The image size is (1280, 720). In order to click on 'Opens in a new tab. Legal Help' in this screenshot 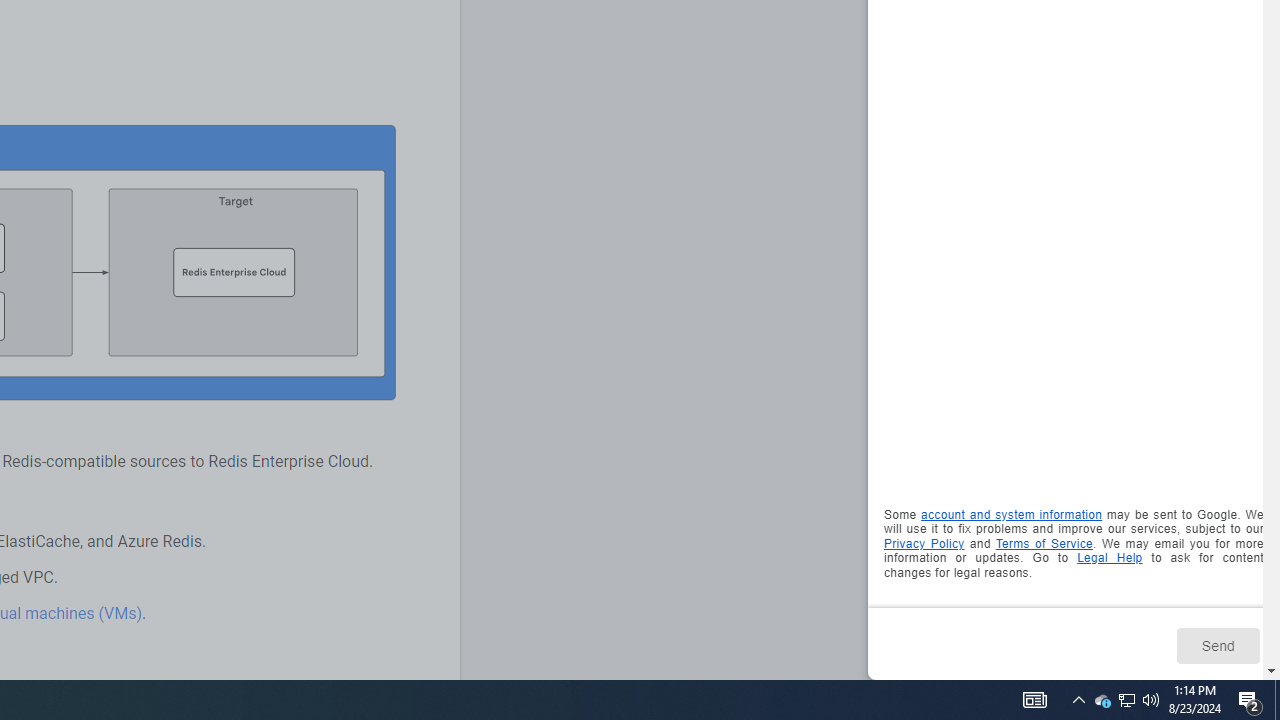, I will do `click(1108, 558)`.